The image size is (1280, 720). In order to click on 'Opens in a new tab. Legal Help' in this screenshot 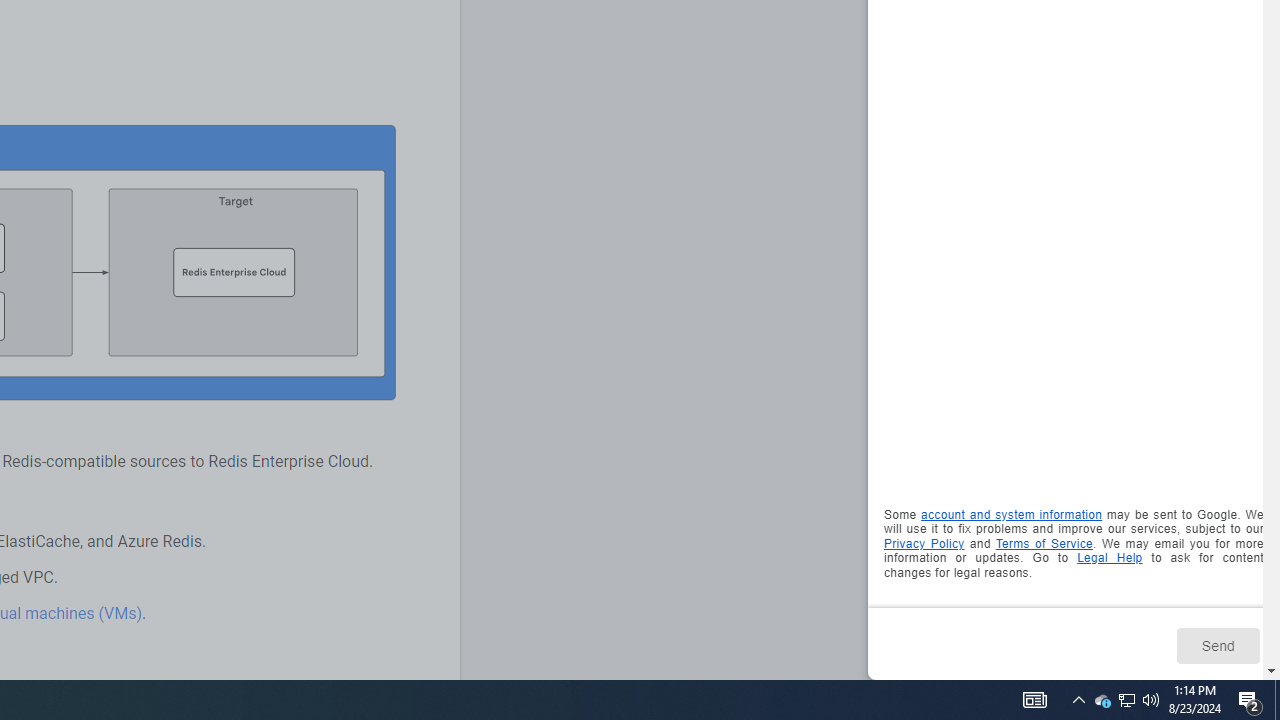, I will do `click(1108, 558)`.